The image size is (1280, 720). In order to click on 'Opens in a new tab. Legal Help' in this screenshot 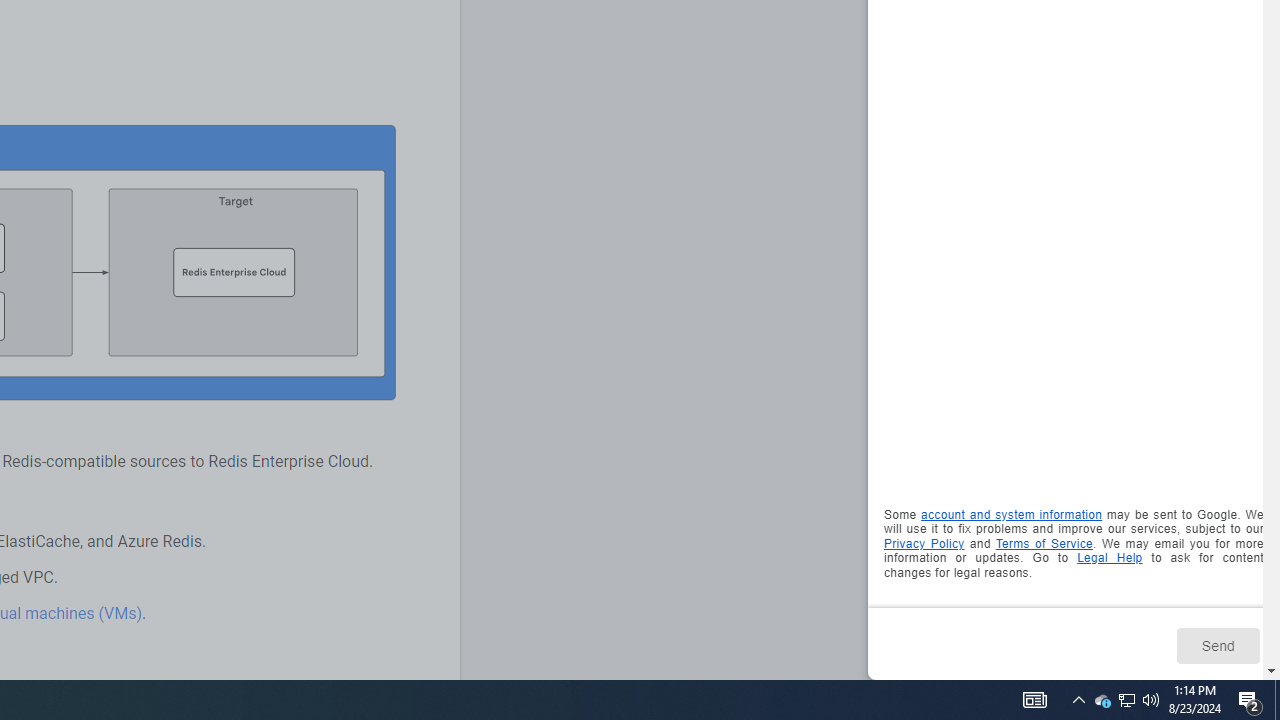, I will do `click(1108, 558)`.